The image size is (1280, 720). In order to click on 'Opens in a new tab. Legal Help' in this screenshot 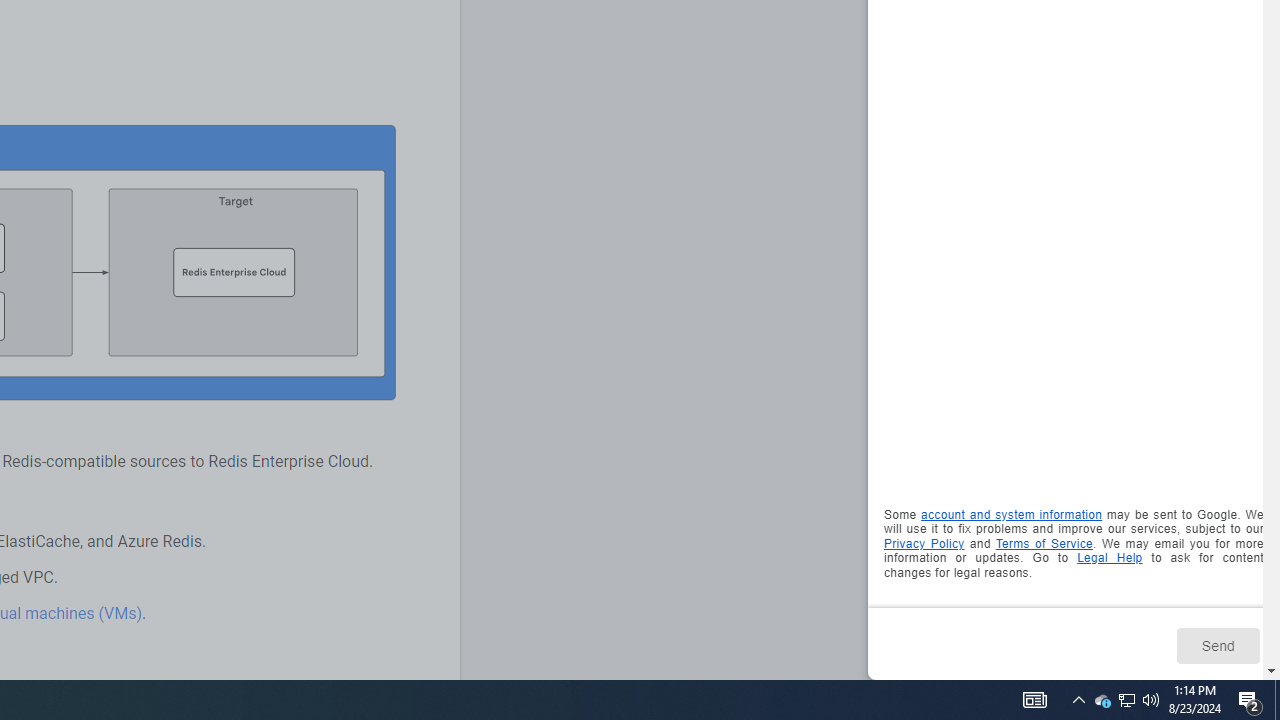, I will do `click(1108, 558)`.